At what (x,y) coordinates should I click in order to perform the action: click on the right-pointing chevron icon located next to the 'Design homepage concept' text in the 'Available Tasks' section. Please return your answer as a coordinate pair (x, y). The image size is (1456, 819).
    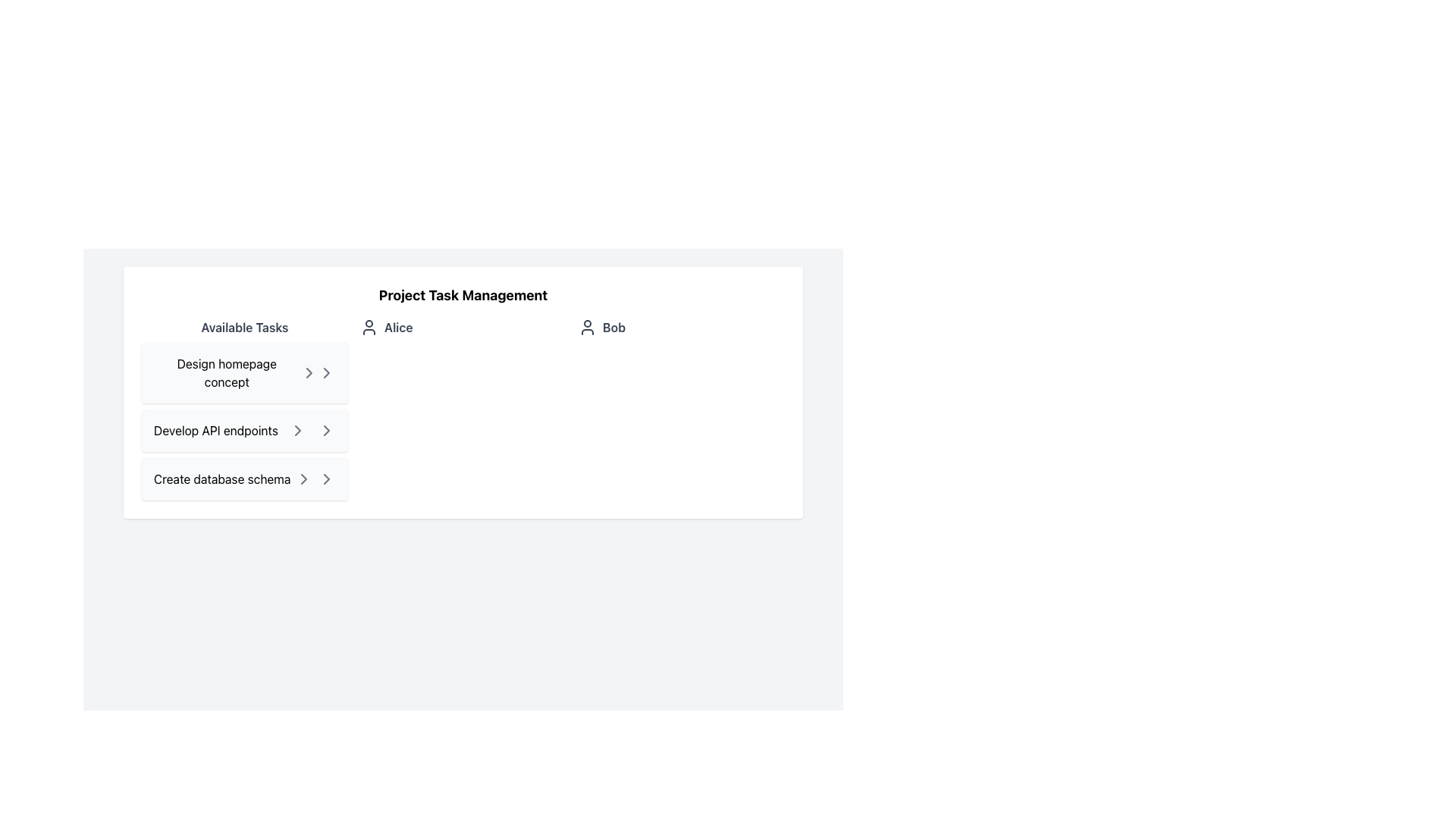
    Looking at the image, I should click on (326, 373).